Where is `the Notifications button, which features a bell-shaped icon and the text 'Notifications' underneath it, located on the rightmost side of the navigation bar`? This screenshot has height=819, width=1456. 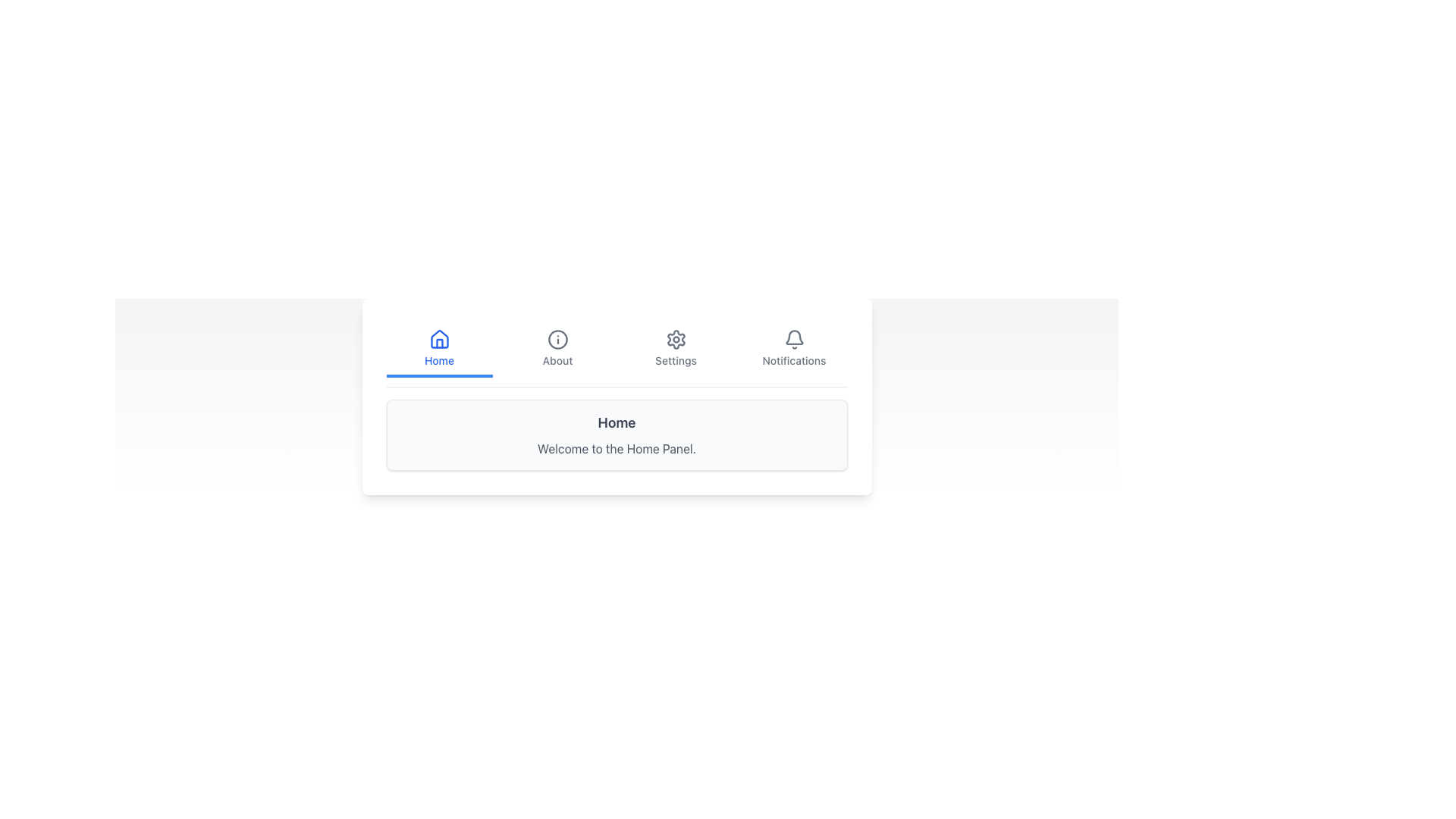
the Notifications button, which features a bell-shaped icon and the text 'Notifications' underneath it, located on the rightmost side of the navigation bar is located at coordinates (793, 350).